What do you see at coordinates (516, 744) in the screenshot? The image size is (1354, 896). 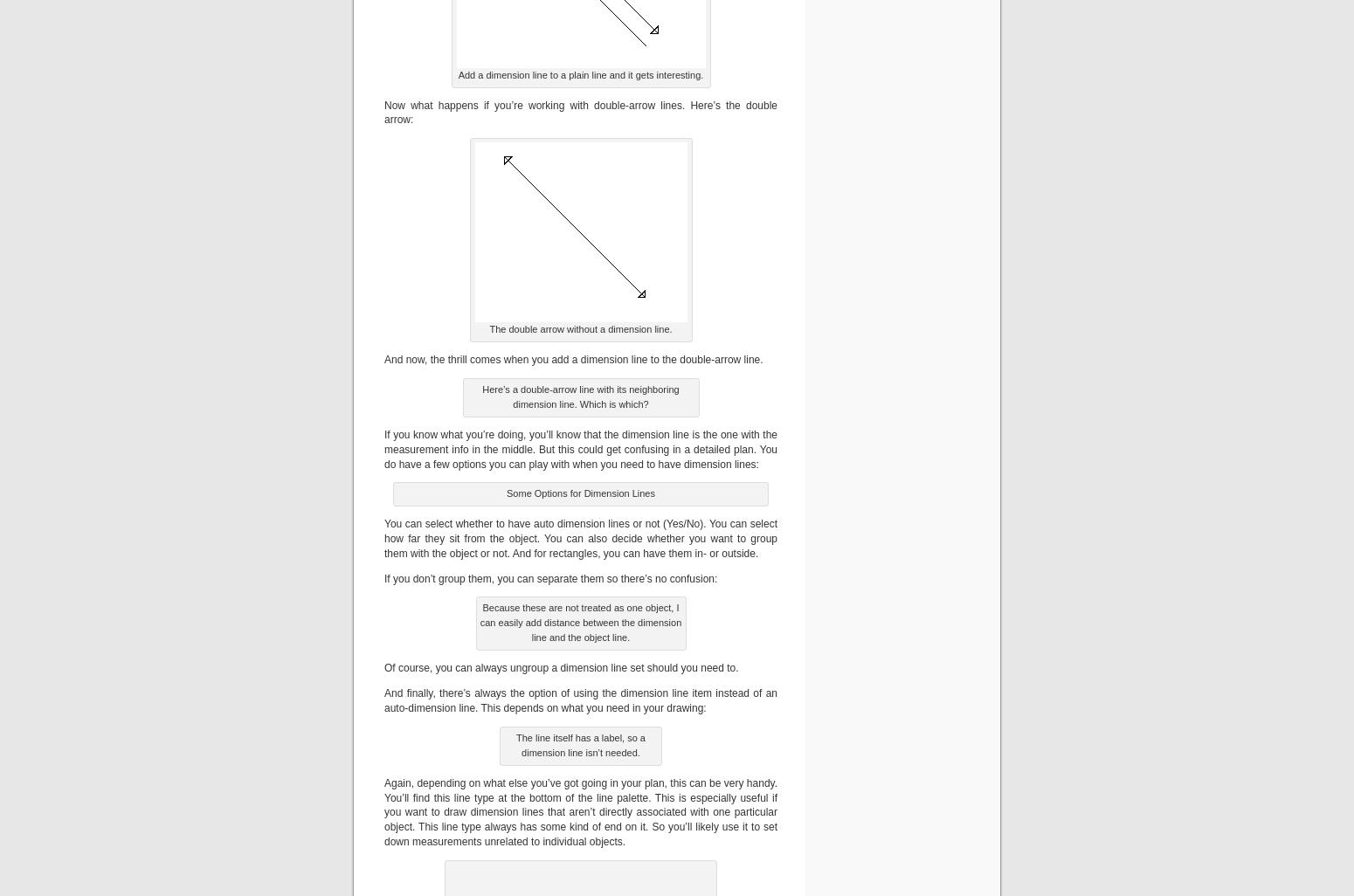 I see `'The line itself has a label, so a dimension line isn’t needed.'` at bounding box center [516, 744].